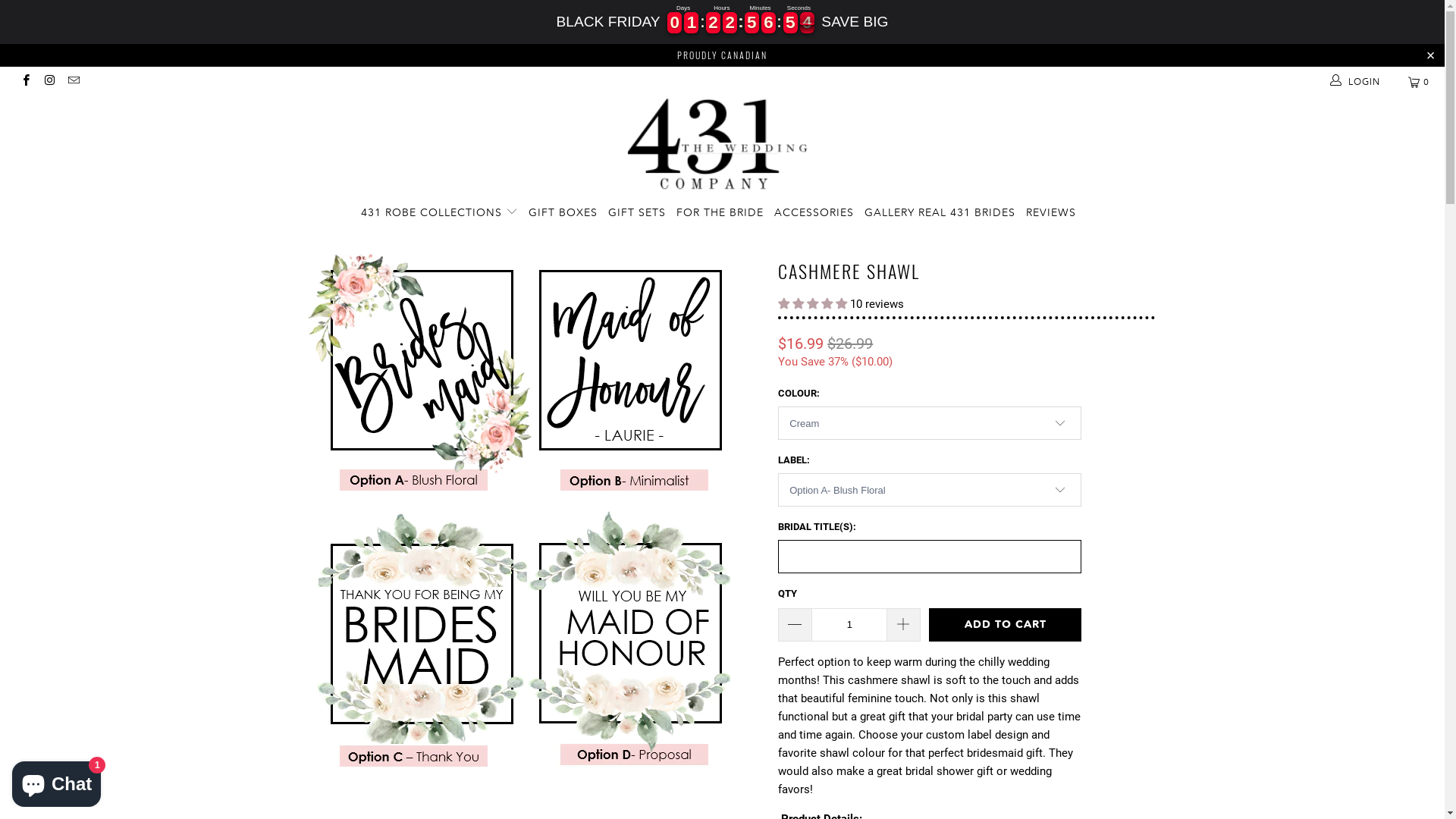  Describe the element at coordinates (939, 212) in the screenshot. I see `'GALLERY REAL 431 BRIDES'` at that location.